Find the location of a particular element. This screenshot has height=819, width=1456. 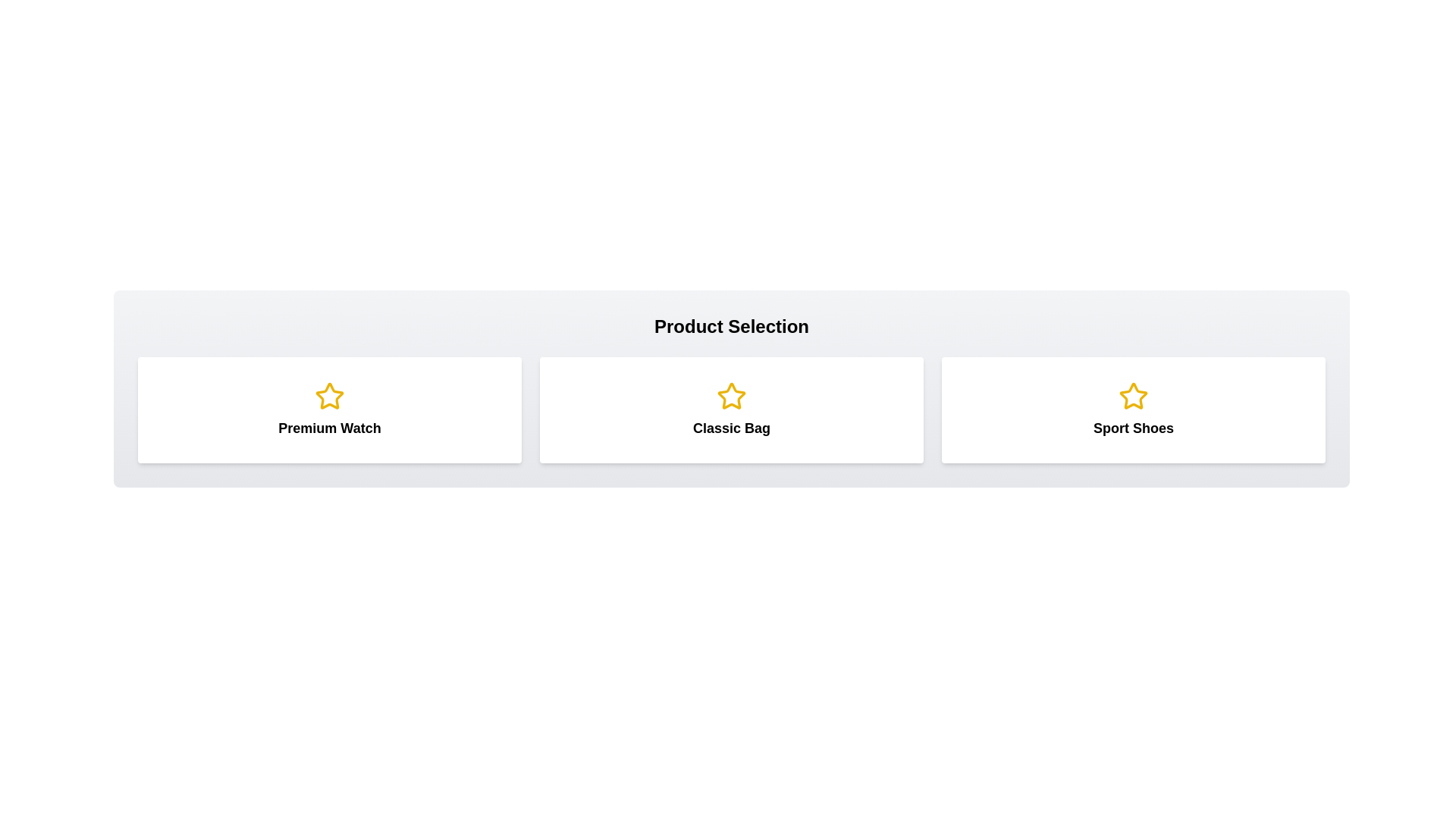

text content of the label displaying 'Sport Shoes', which is styled in bold and positioned below a yellow star icon is located at coordinates (1133, 428).